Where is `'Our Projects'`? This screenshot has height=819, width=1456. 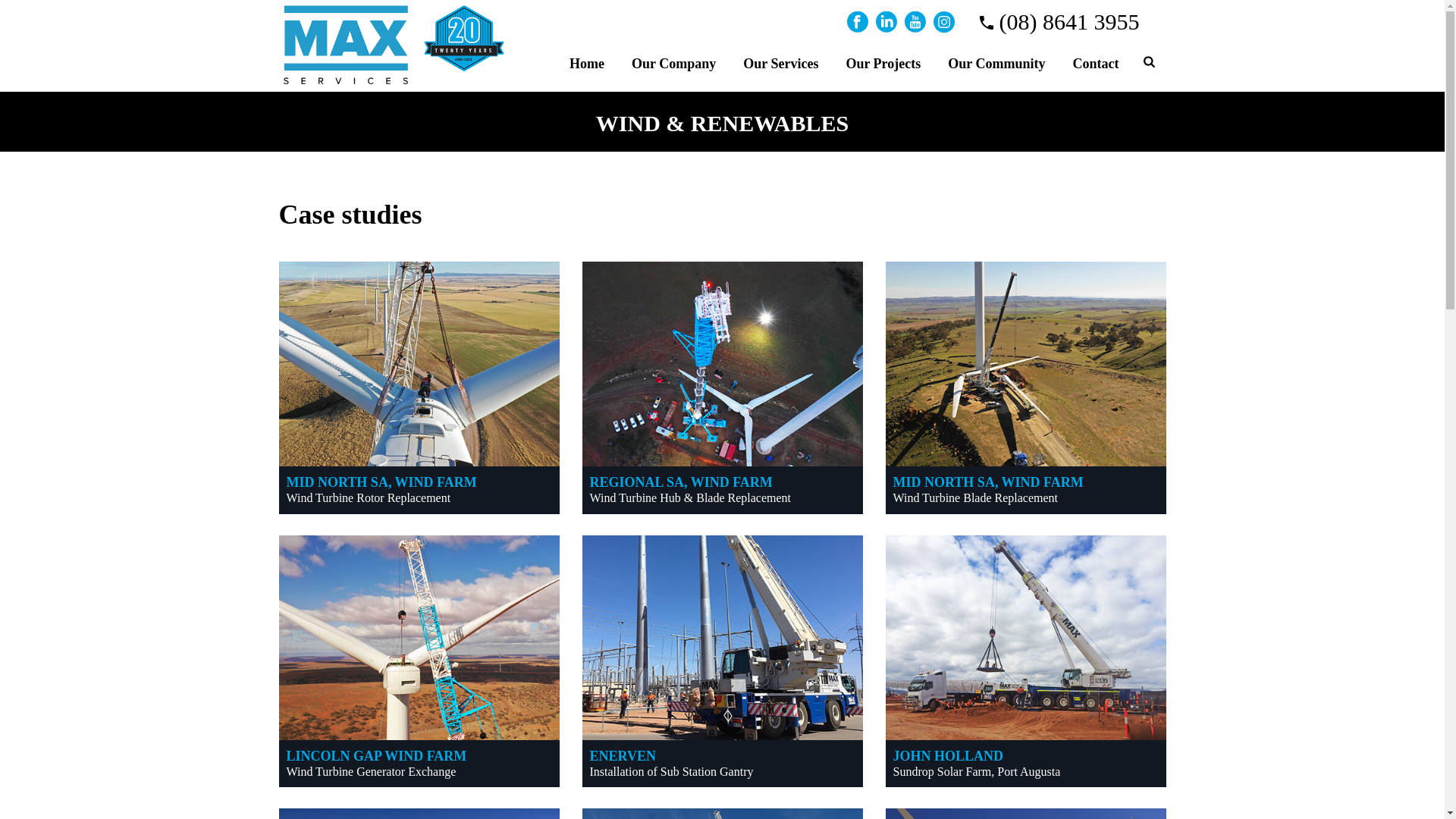 'Our Projects' is located at coordinates (883, 61).